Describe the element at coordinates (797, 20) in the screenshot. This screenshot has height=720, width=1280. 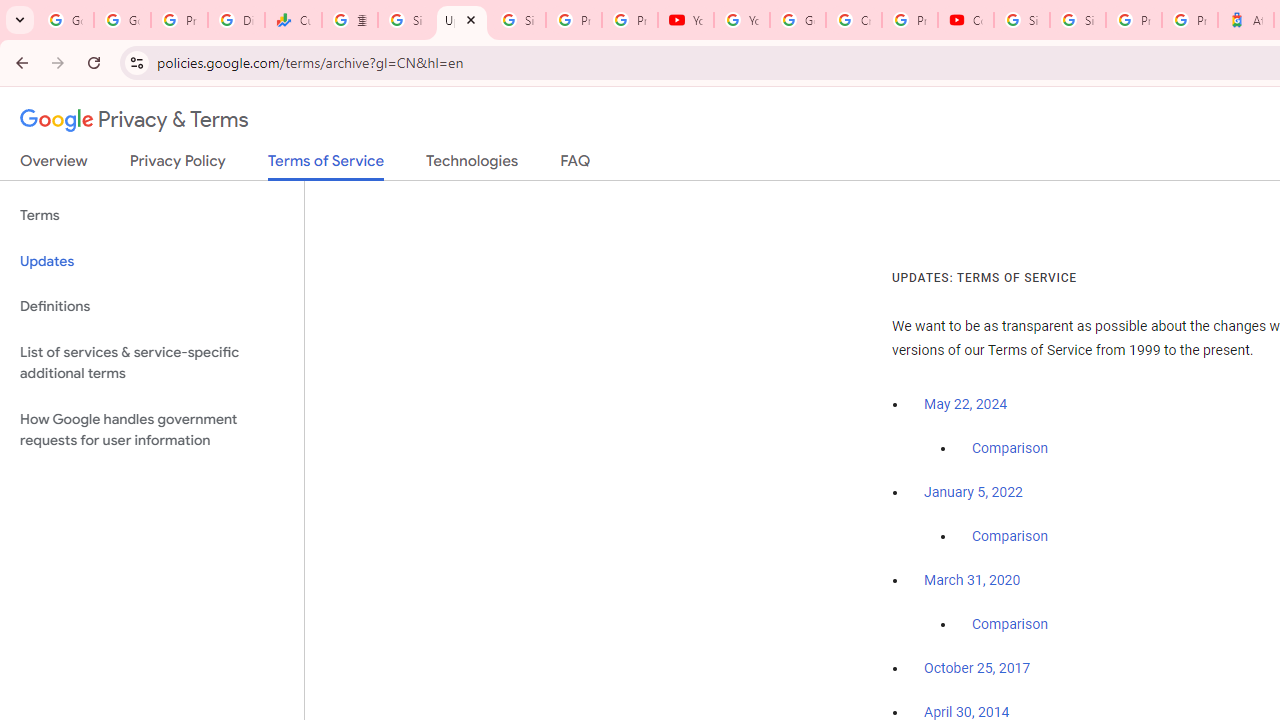
I see `'Google Account Help'` at that location.